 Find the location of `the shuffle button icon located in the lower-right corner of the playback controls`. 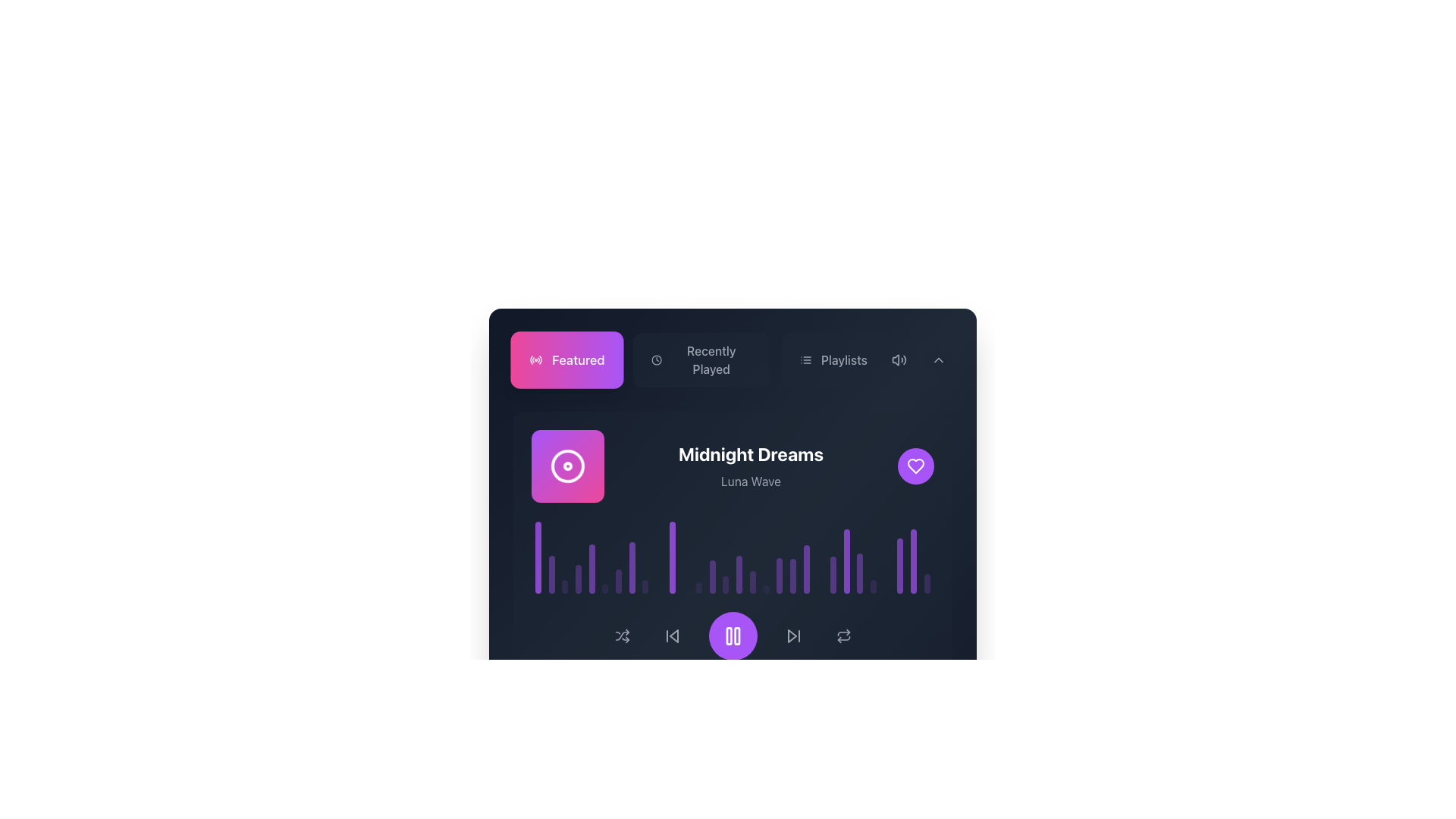

the shuffle button icon located in the lower-right corner of the playback controls is located at coordinates (622, 636).